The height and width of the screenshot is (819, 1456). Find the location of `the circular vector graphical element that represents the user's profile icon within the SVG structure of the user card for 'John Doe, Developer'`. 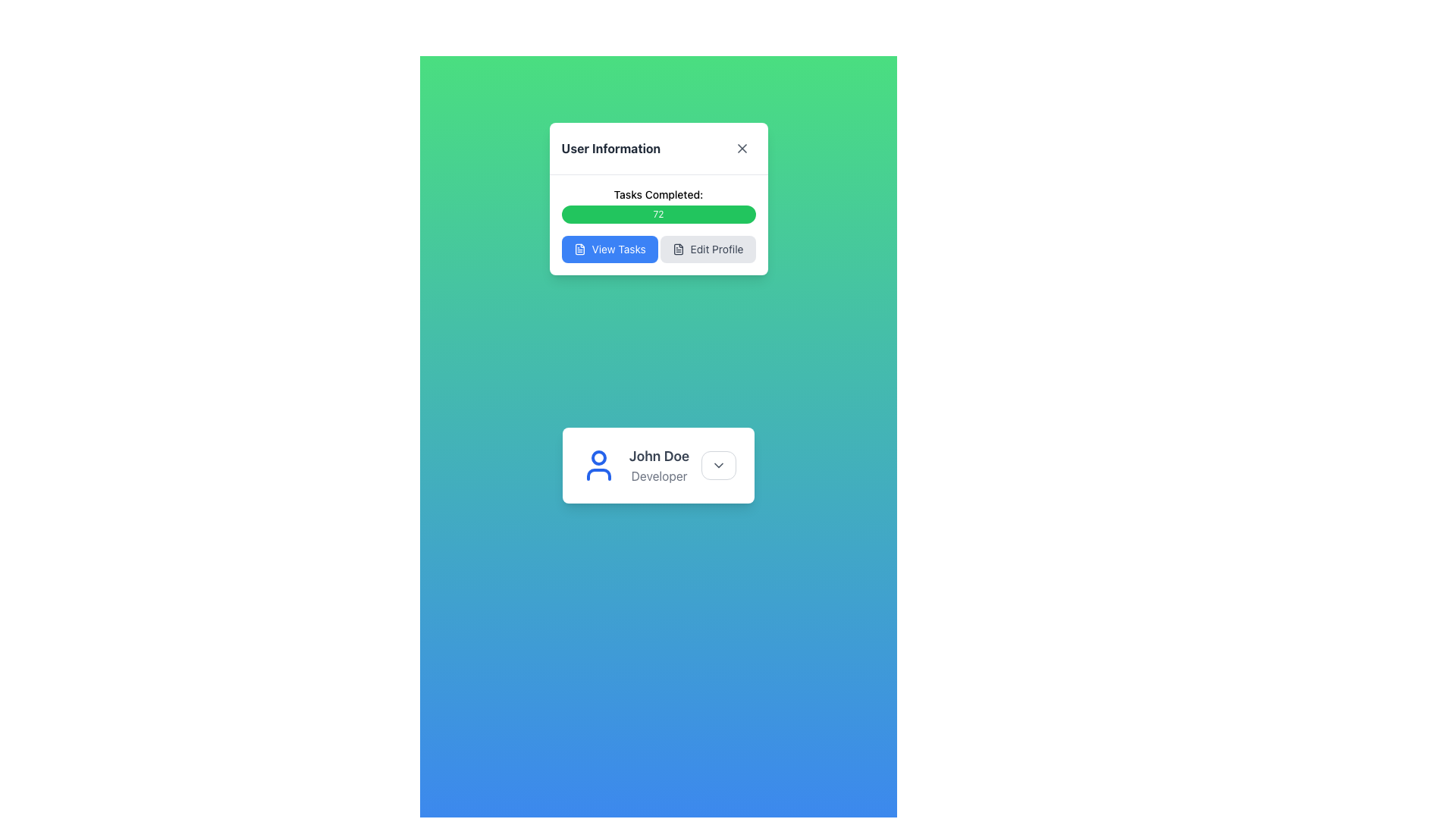

the circular vector graphical element that represents the user's profile icon within the SVG structure of the user card for 'John Doe, Developer' is located at coordinates (598, 457).